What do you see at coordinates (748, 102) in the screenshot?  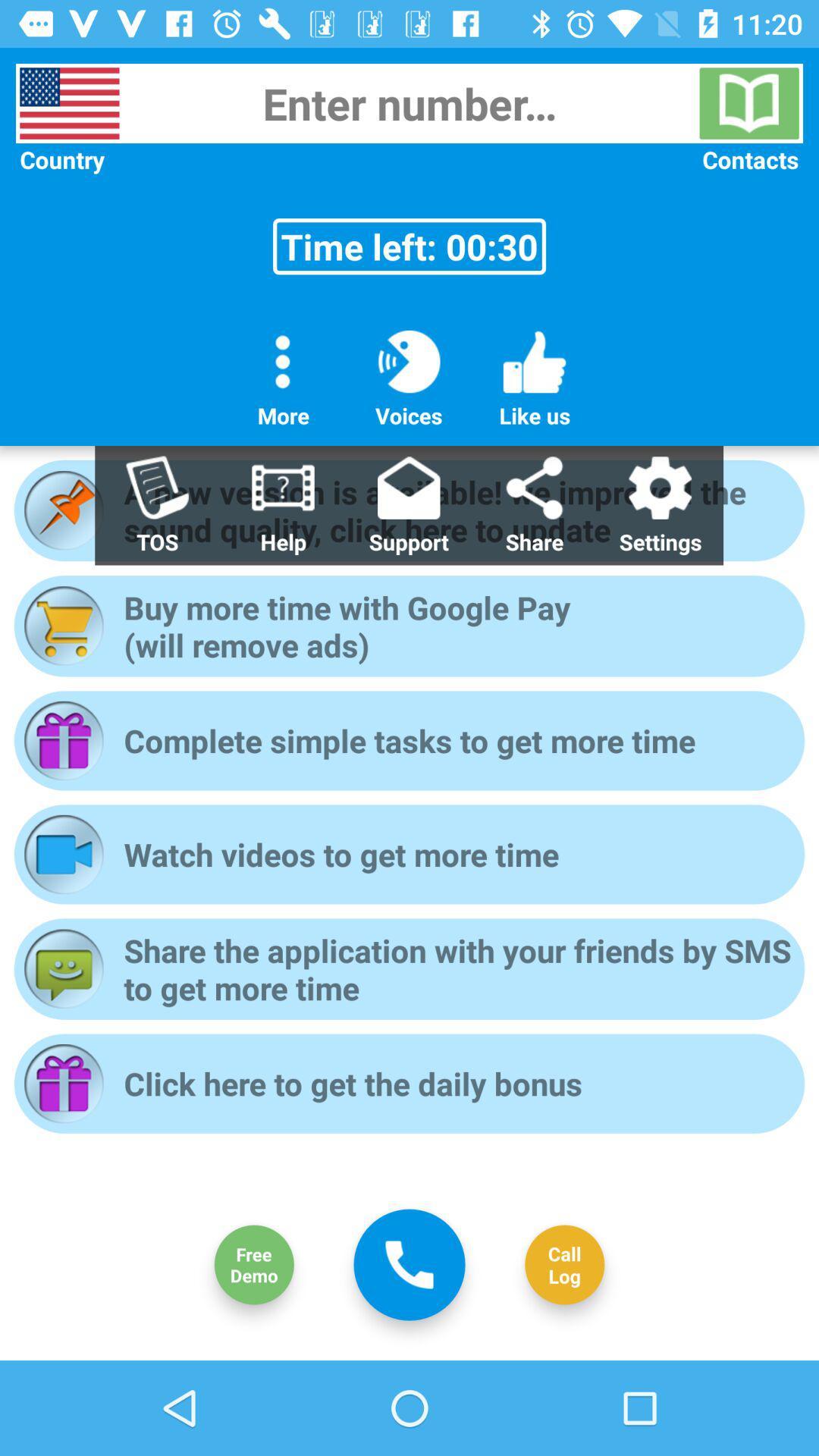 I see `the book icon` at bounding box center [748, 102].